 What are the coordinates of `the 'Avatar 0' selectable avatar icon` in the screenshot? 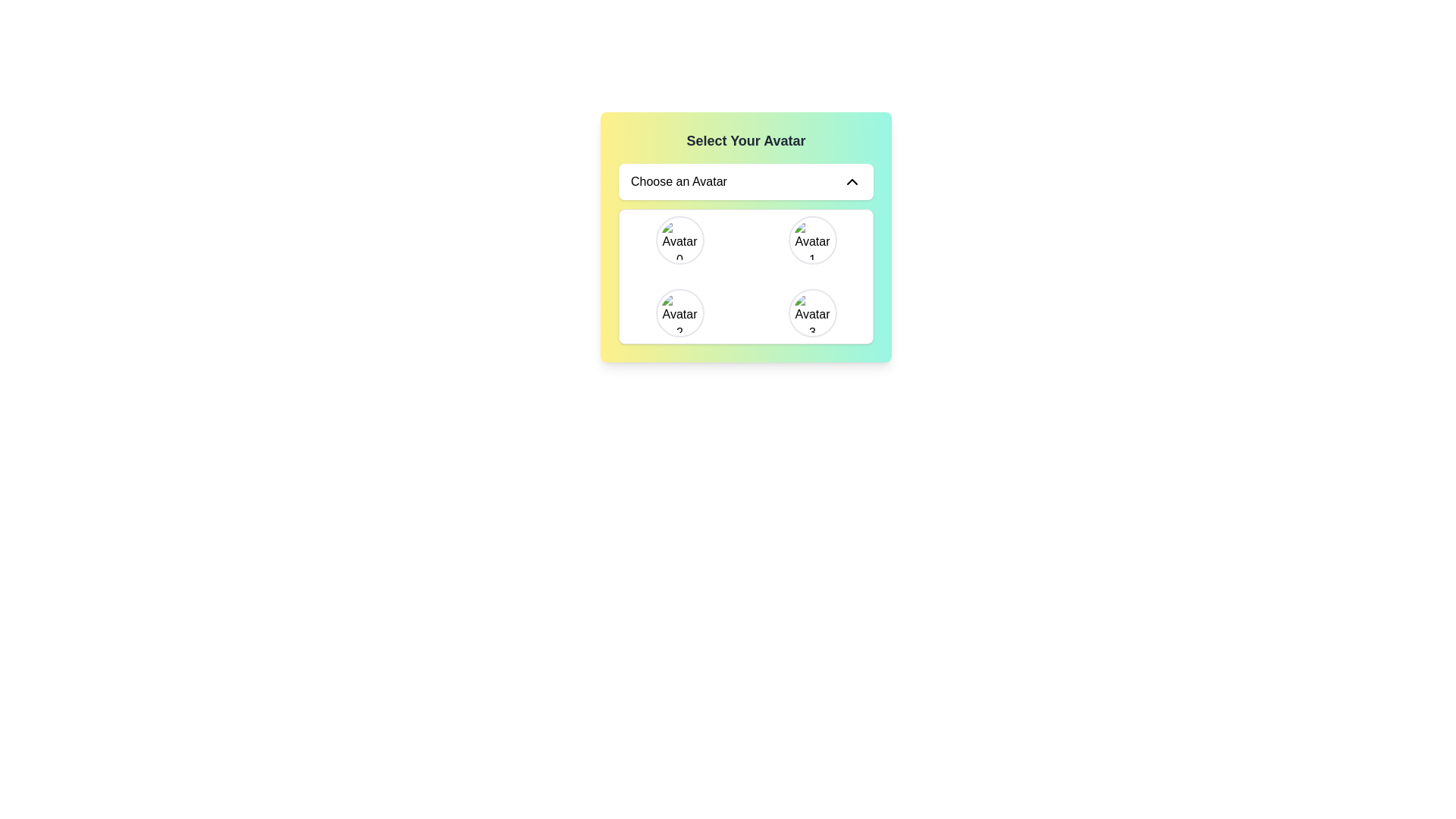 It's located at (679, 239).